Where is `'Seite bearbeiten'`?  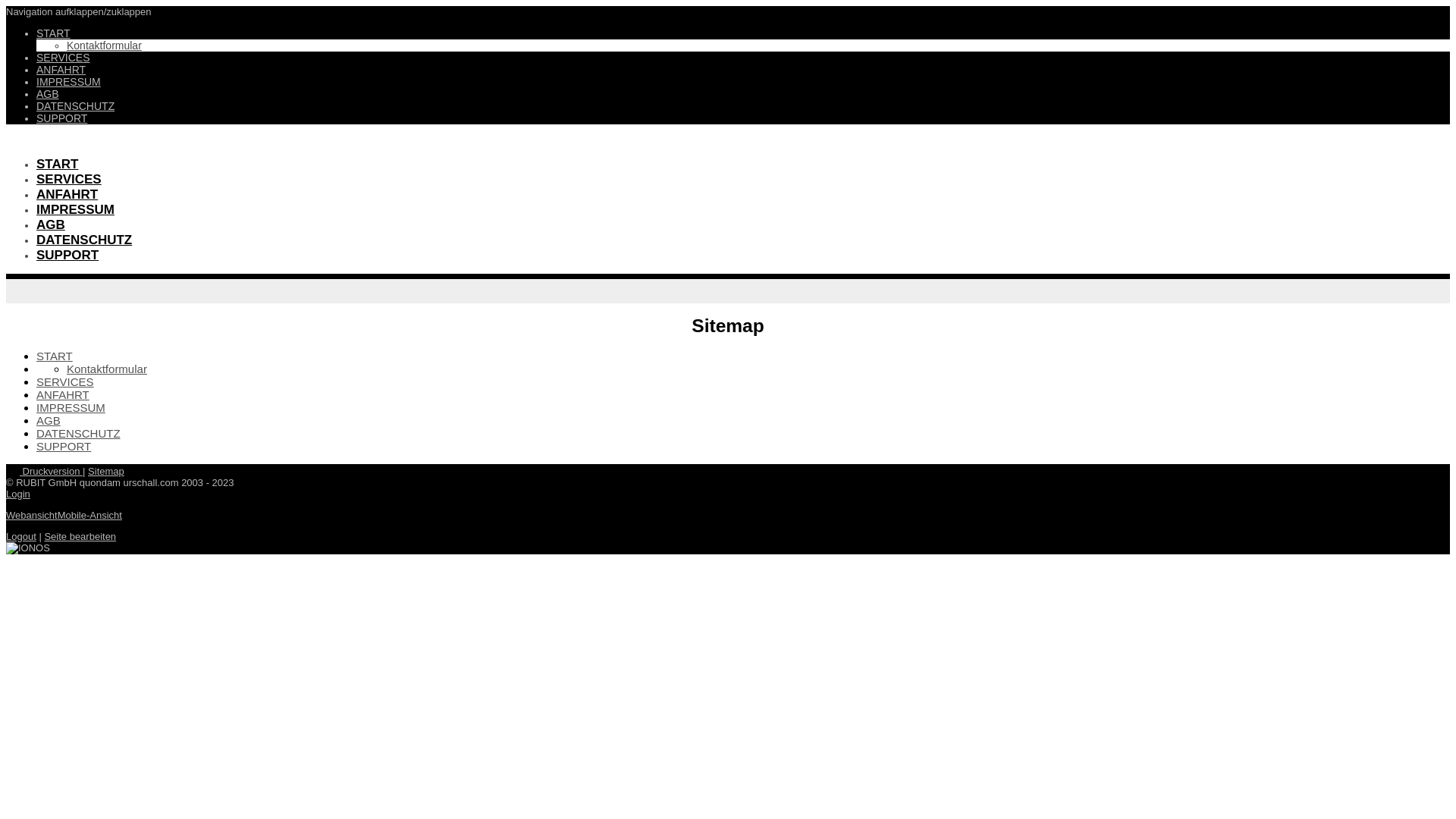
'Seite bearbeiten' is located at coordinates (79, 535).